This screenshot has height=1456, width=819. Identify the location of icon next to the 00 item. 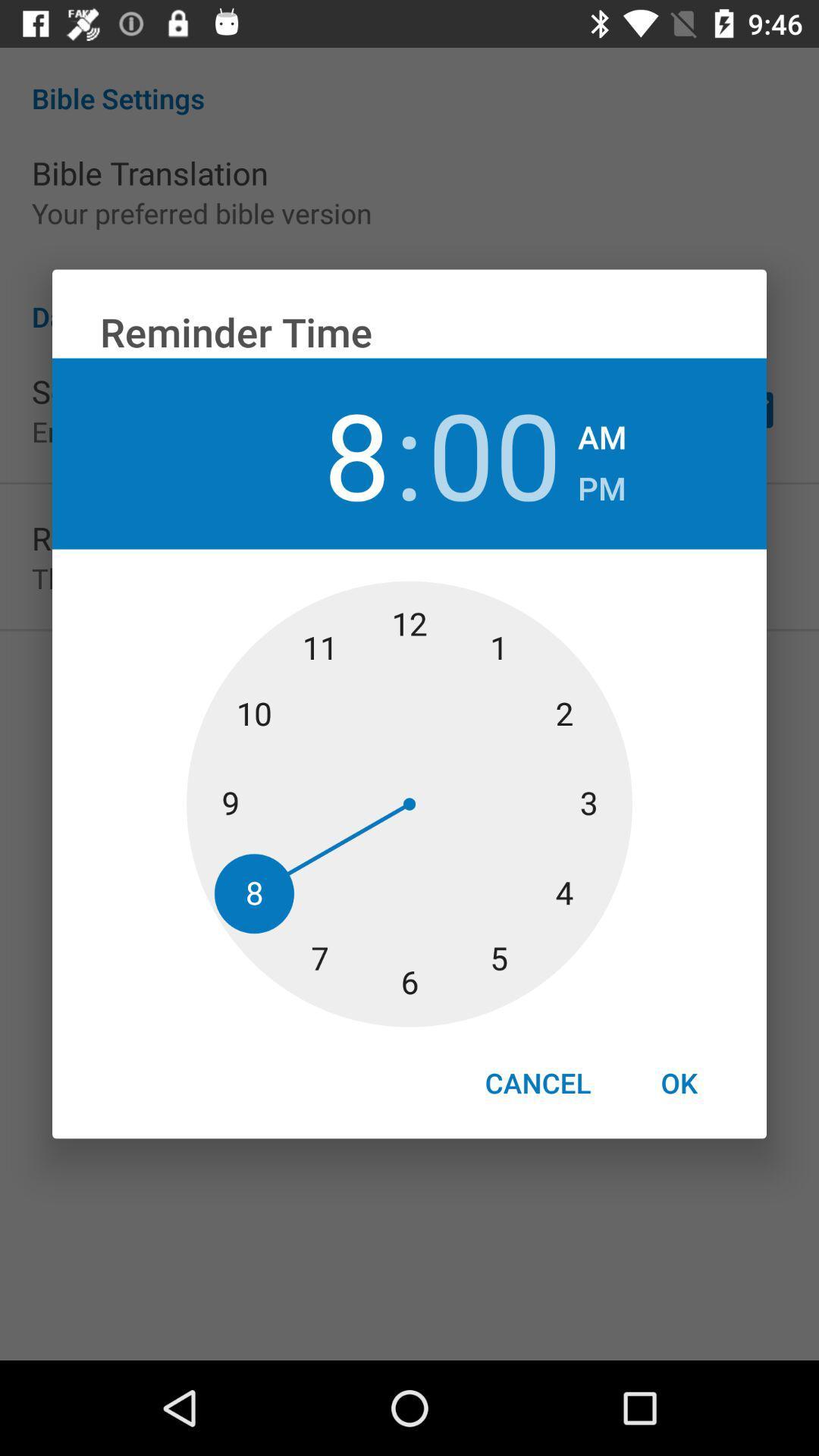
(601, 431).